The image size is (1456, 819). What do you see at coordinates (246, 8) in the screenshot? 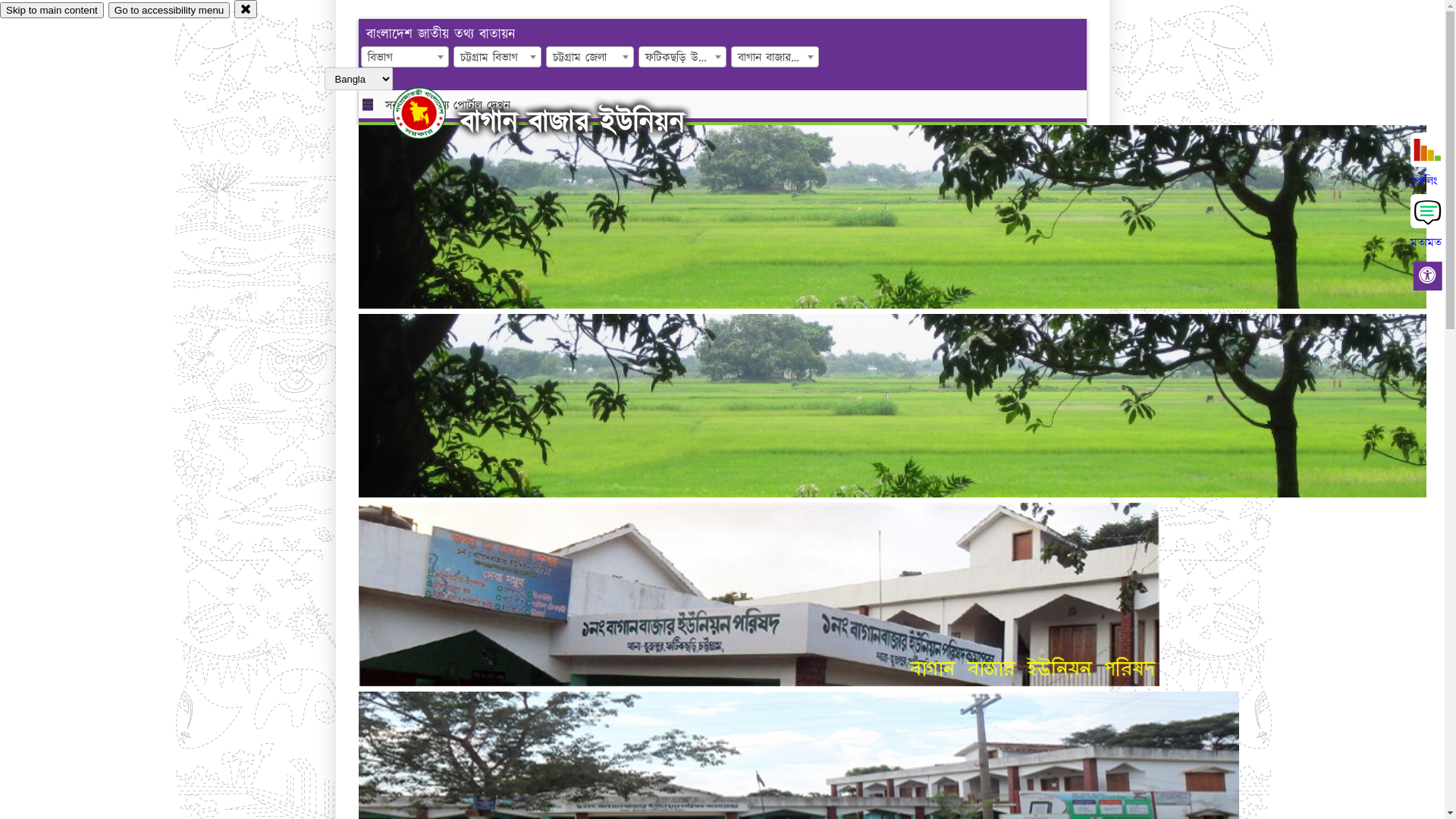
I see `'close'` at bounding box center [246, 8].